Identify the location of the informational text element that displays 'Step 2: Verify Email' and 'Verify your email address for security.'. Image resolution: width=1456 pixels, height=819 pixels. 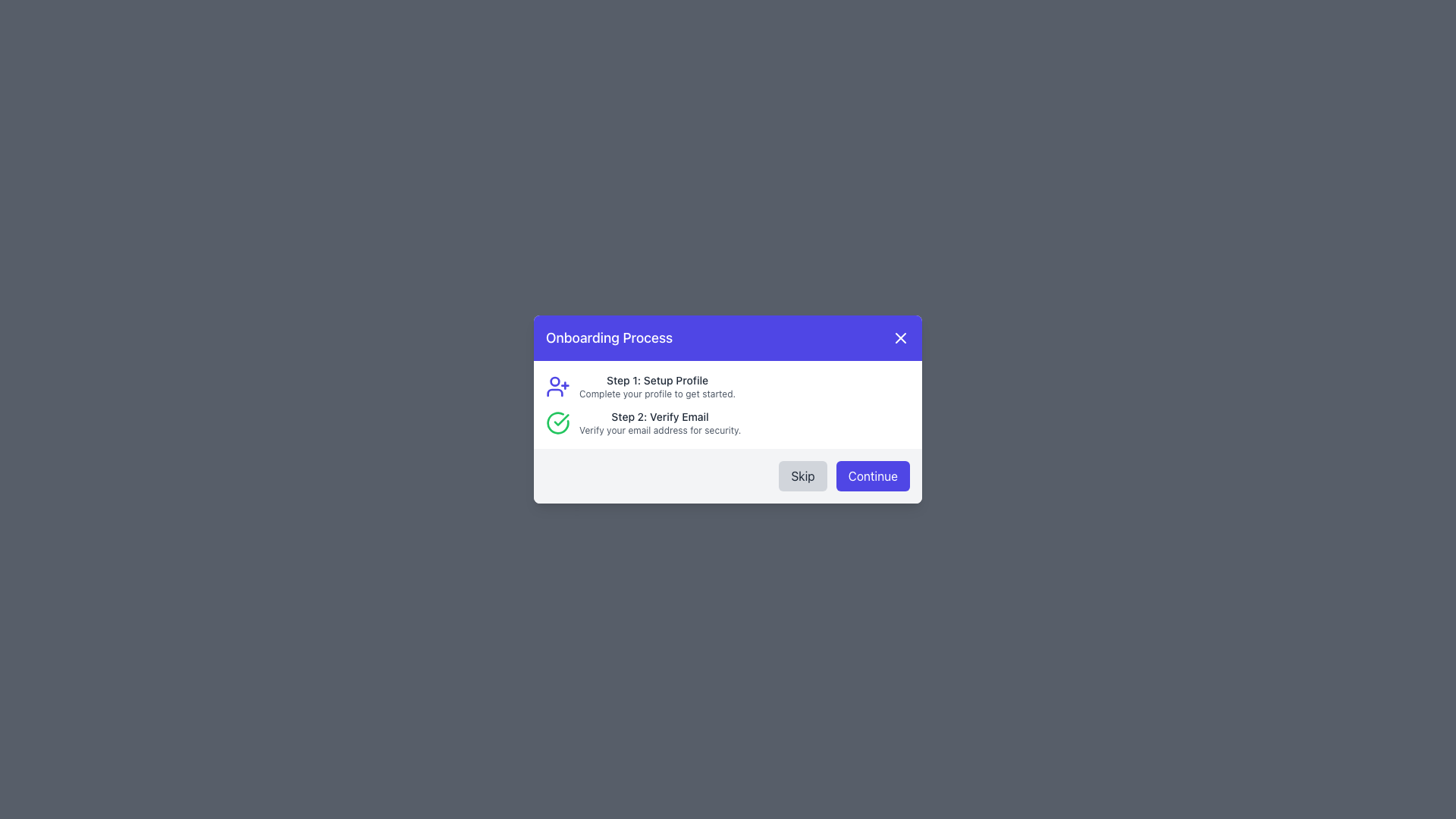
(660, 423).